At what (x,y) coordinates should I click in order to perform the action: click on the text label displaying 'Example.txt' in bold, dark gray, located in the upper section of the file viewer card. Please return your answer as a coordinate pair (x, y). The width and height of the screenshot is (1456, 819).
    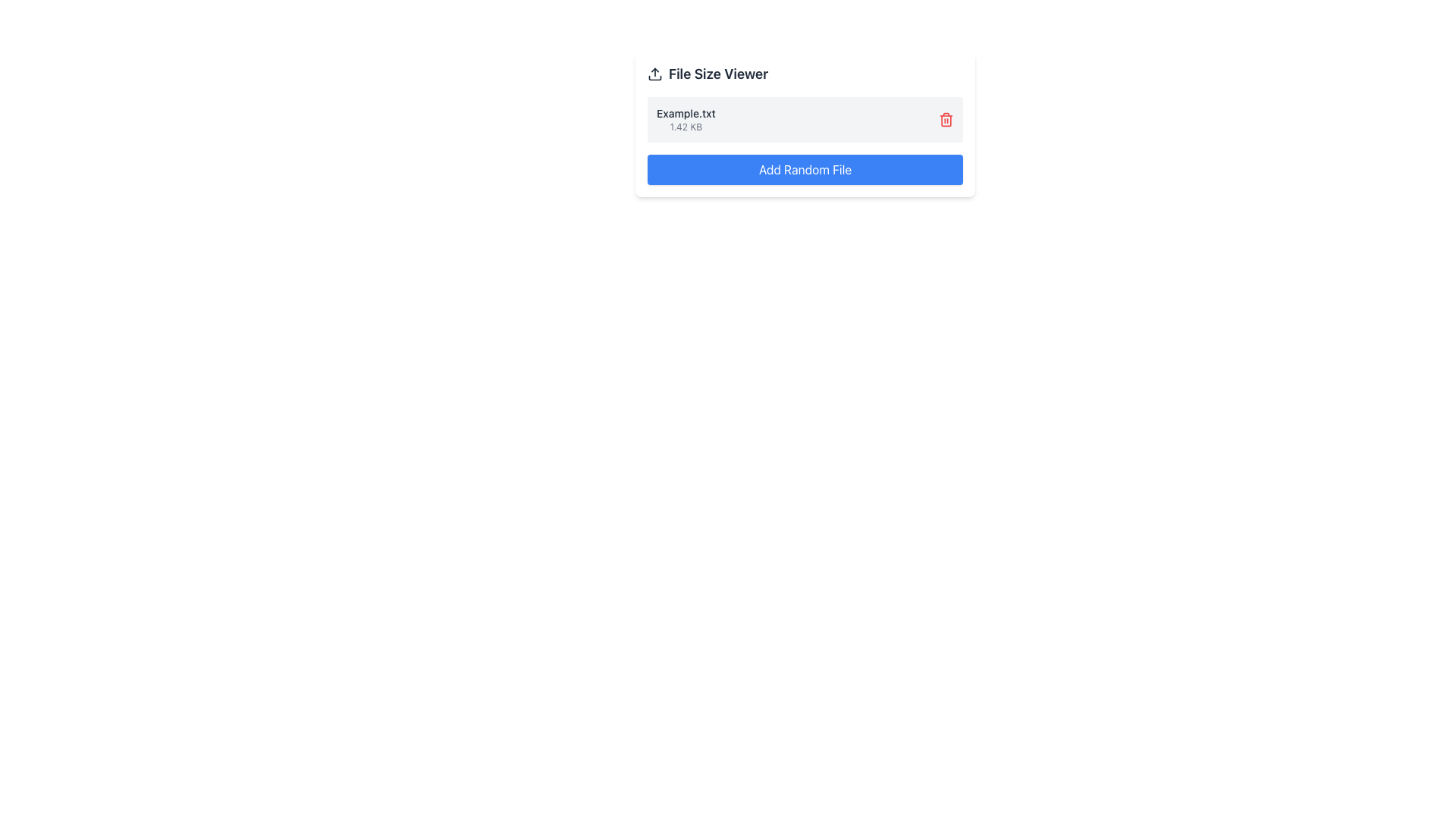
    Looking at the image, I should click on (685, 113).